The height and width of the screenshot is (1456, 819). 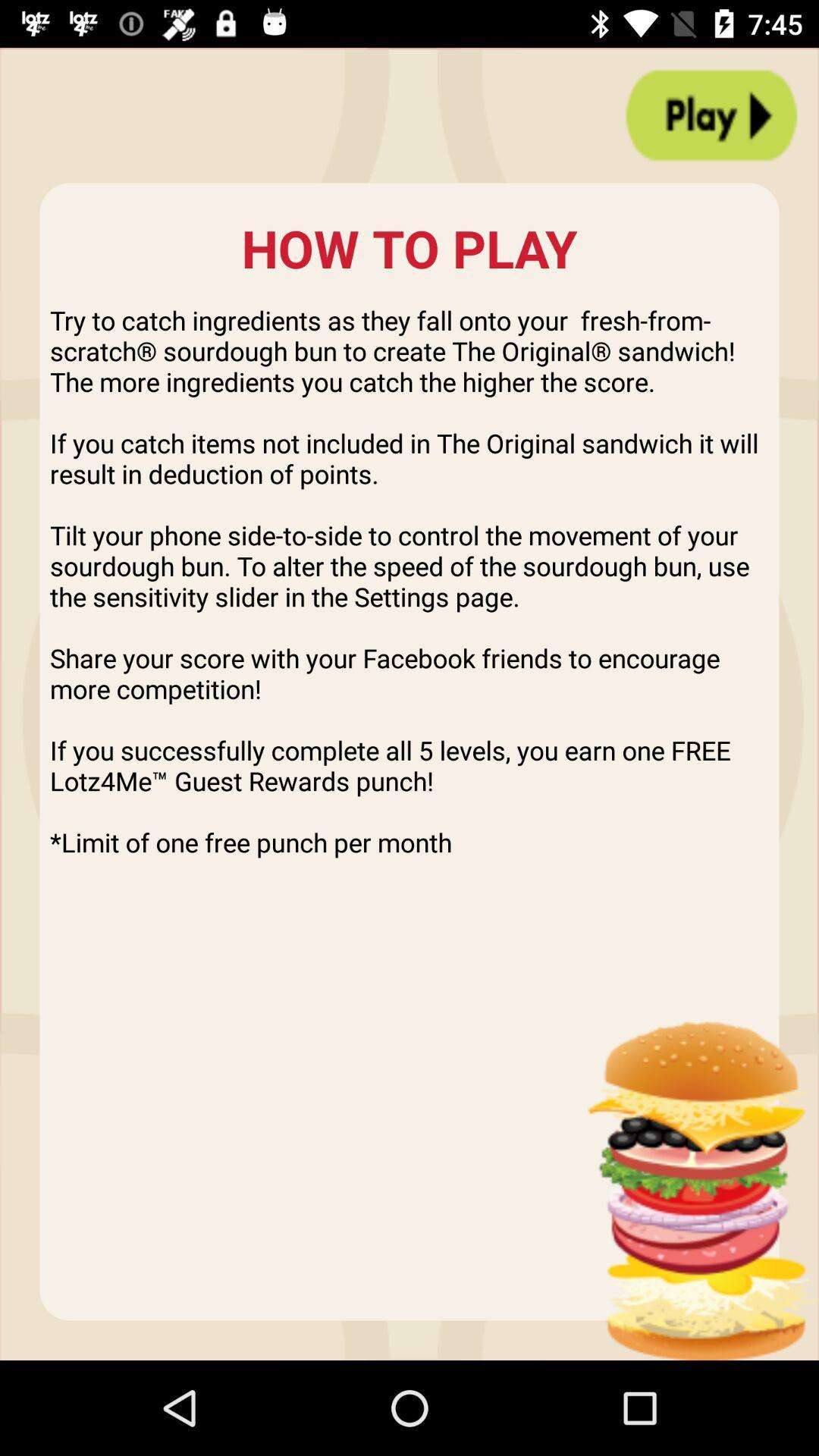 I want to click on start playing, so click(x=711, y=115).